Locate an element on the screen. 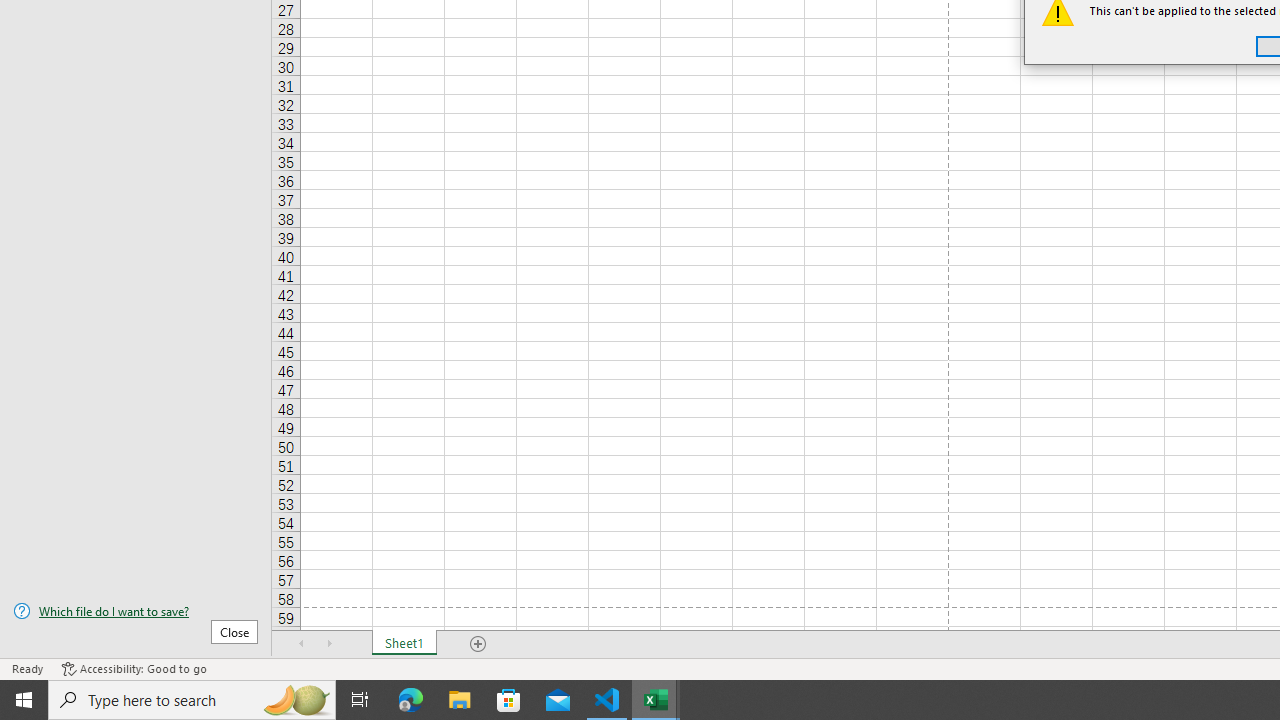 The height and width of the screenshot is (720, 1280). 'Scroll Left' is located at coordinates (301, 644).